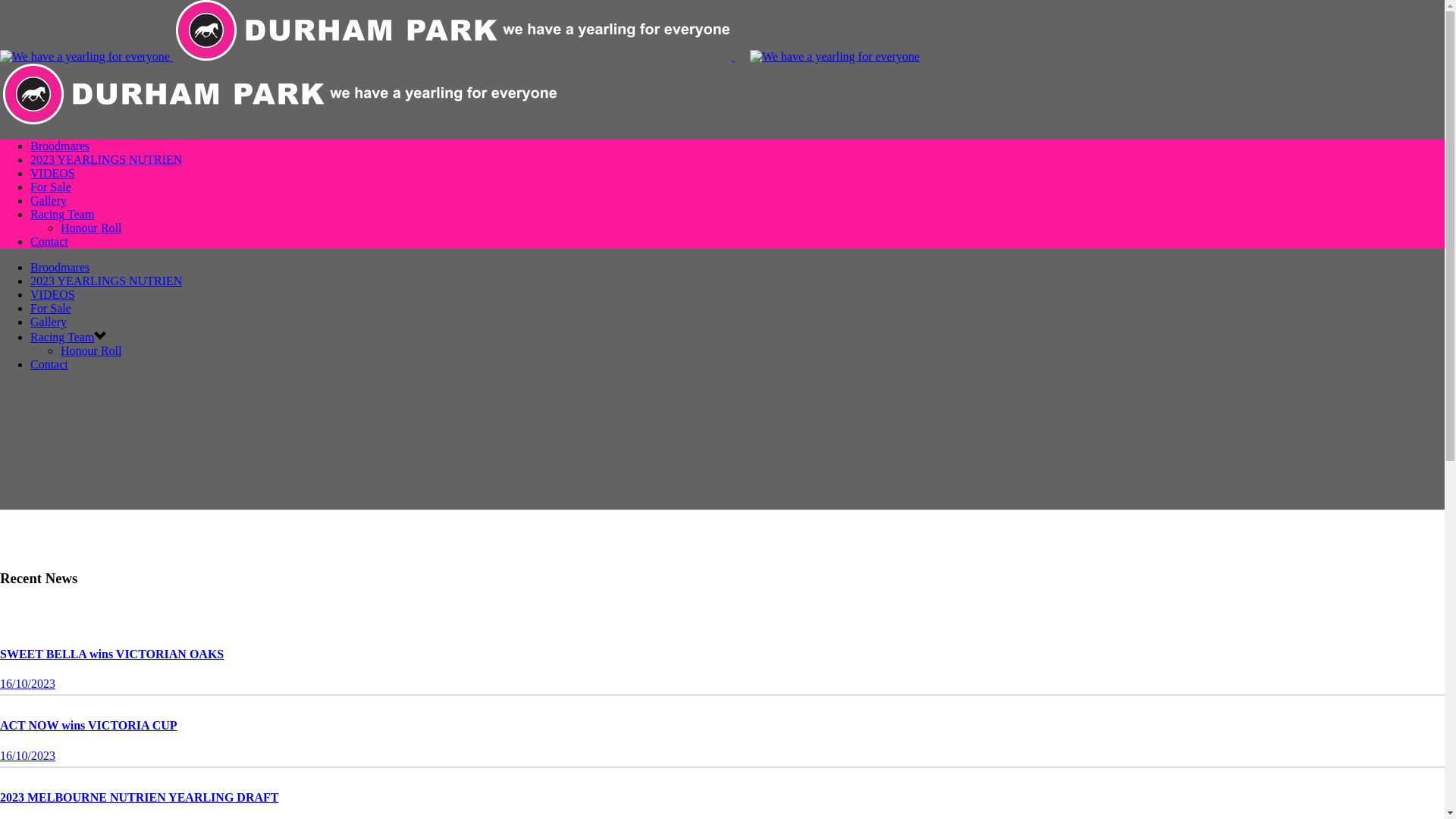  What do you see at coordinates (90, 350) in the screenshot?
I see `'Honour Roll'` at bounding box center [90, 350].